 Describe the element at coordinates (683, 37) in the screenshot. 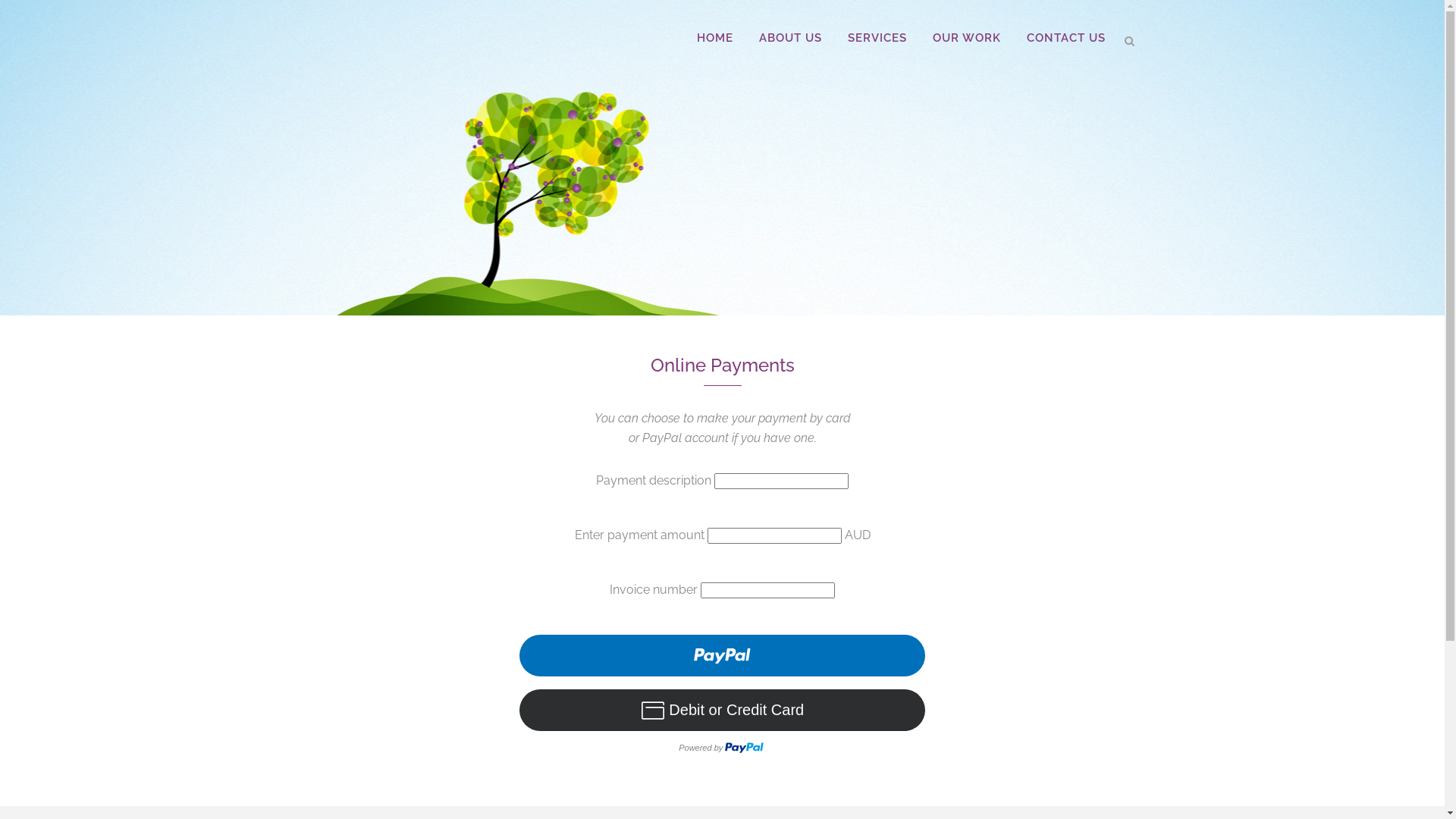

I see `'HOME'` at that location.